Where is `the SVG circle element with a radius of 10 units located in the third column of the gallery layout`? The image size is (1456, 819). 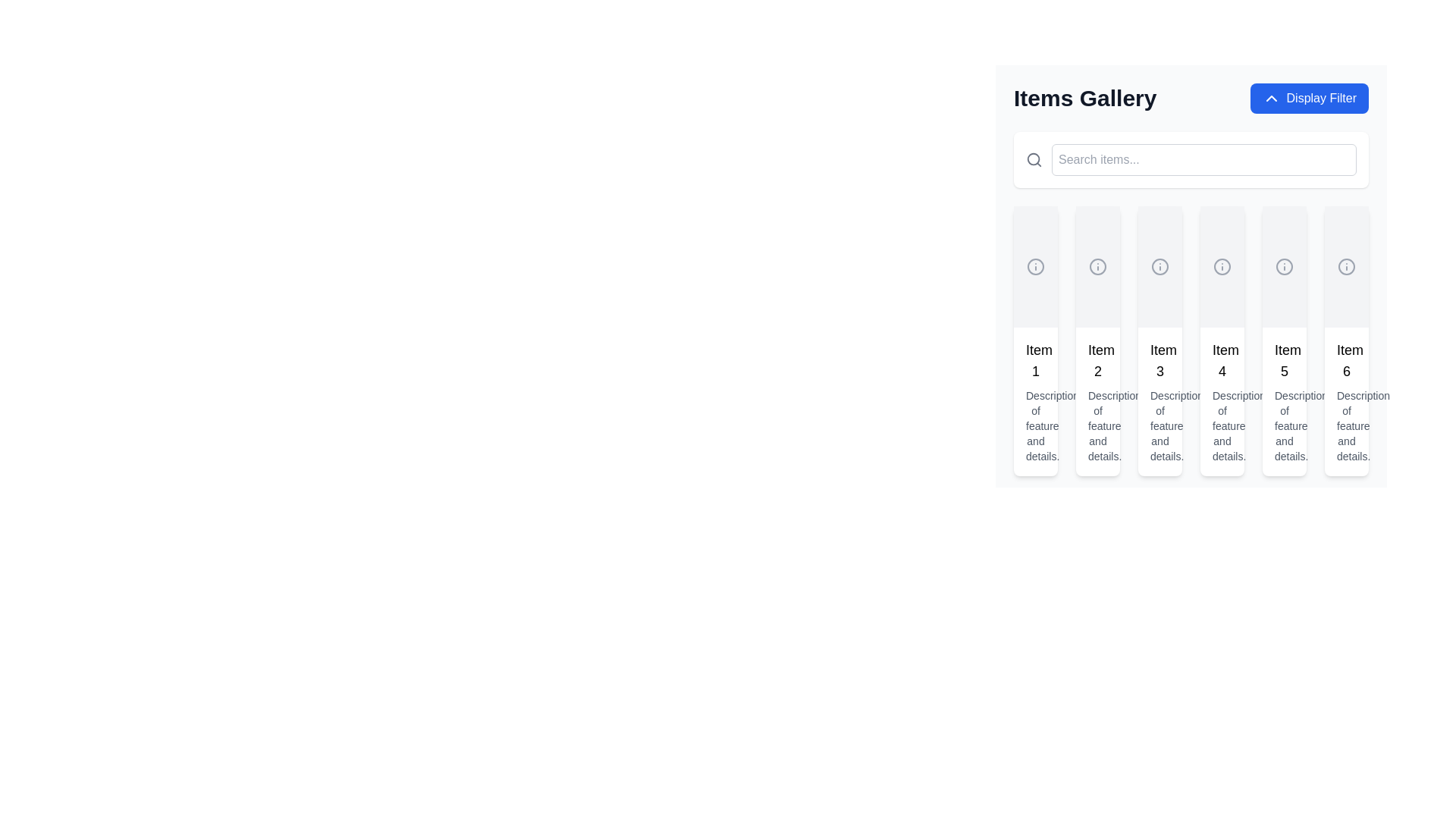 the SVG circle element with a radius of 10 units located in the third column of the gallery layout is located at coordinates (1159, 265).